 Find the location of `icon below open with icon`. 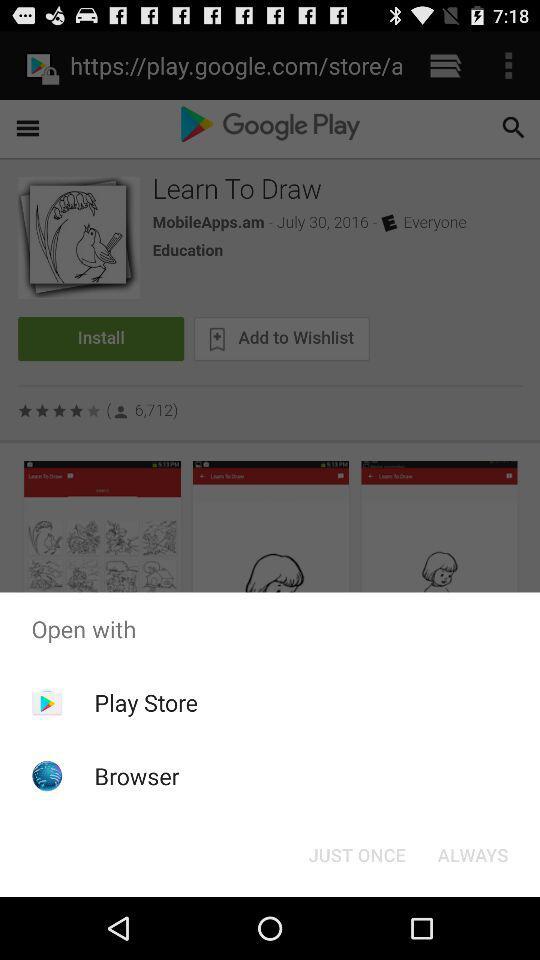

icon below open with icon is located at coordinates (145, 702).